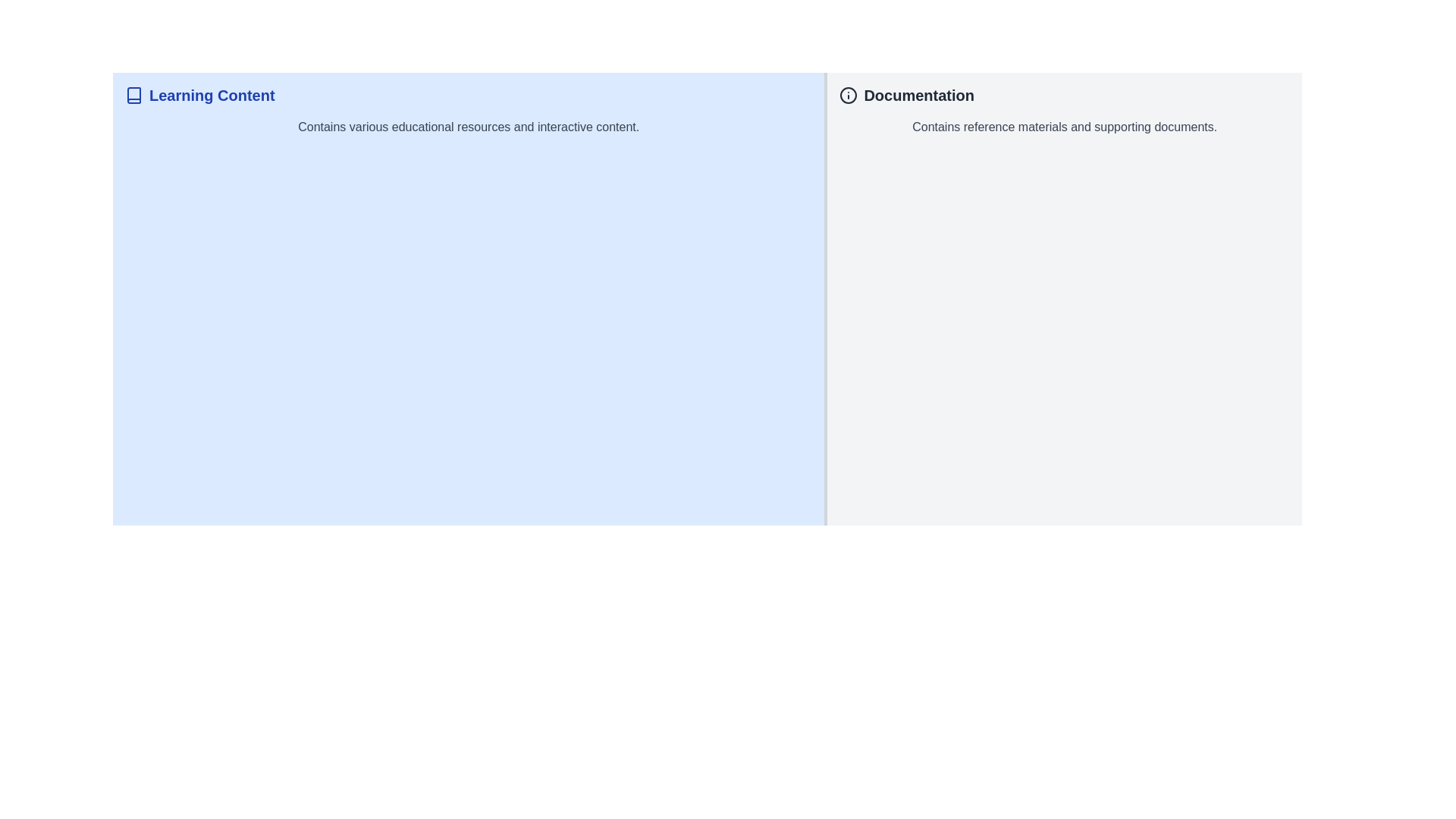 The height and width of the screenshot is (819, 1456). Describe the element at coordinates (134, 96) in the screenshot. I see `the book icon with a blue stroke outline located to the left of the 'Learning Content' text in the header area` at that location.